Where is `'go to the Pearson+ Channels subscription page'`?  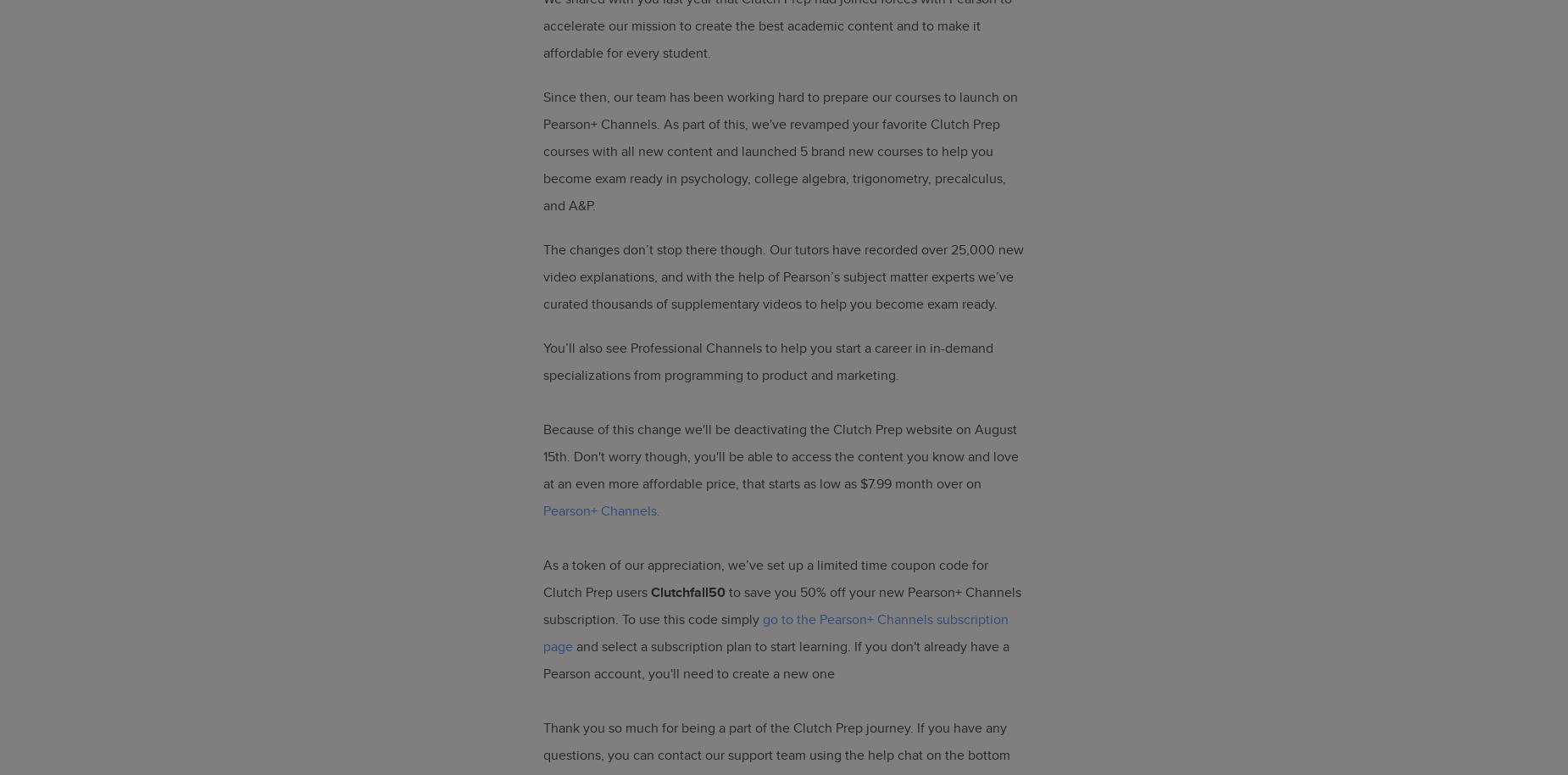
'go to the Pearson+ Channels subscription page' is located at coordinates (776, 633).